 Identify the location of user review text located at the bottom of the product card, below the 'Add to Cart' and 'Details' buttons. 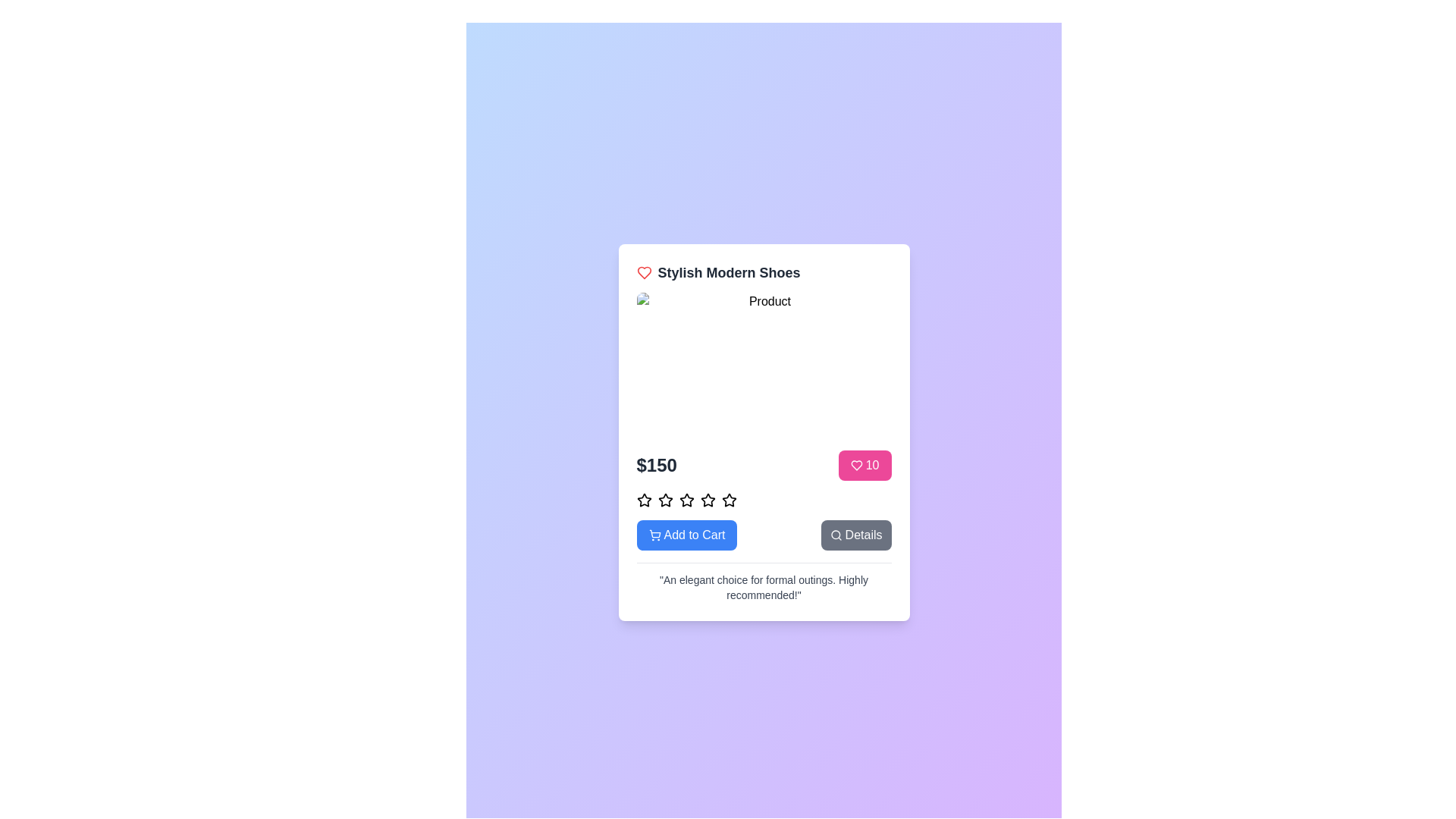
(764, 581).